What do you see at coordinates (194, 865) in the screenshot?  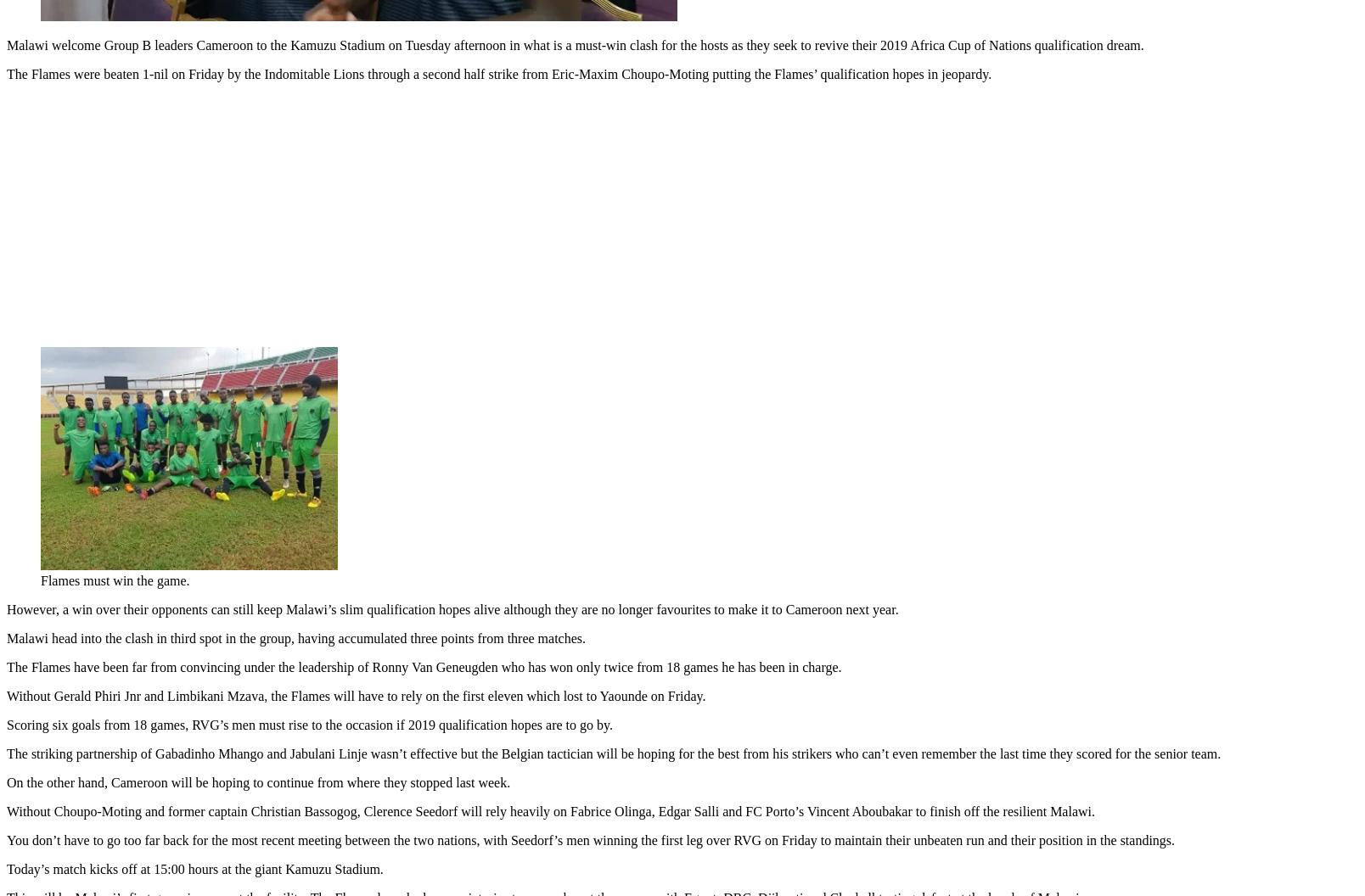 I see `'Today’s match kicks off at 15:00 hours at the giant Kamuzu Stadium.'` at bounding box center [194, 865].